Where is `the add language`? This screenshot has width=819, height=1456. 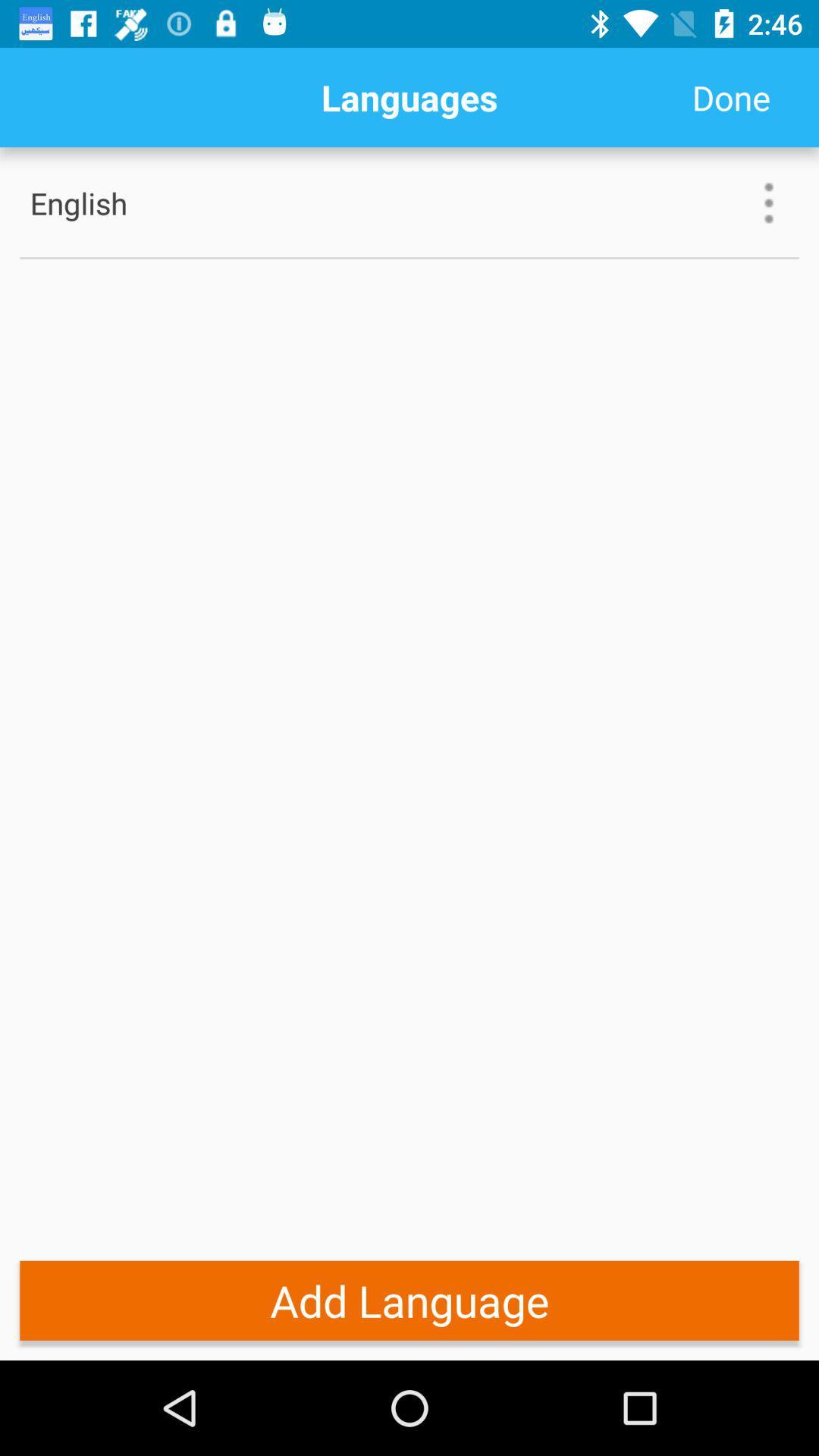
the add language is located at coordinates (409, 1300).